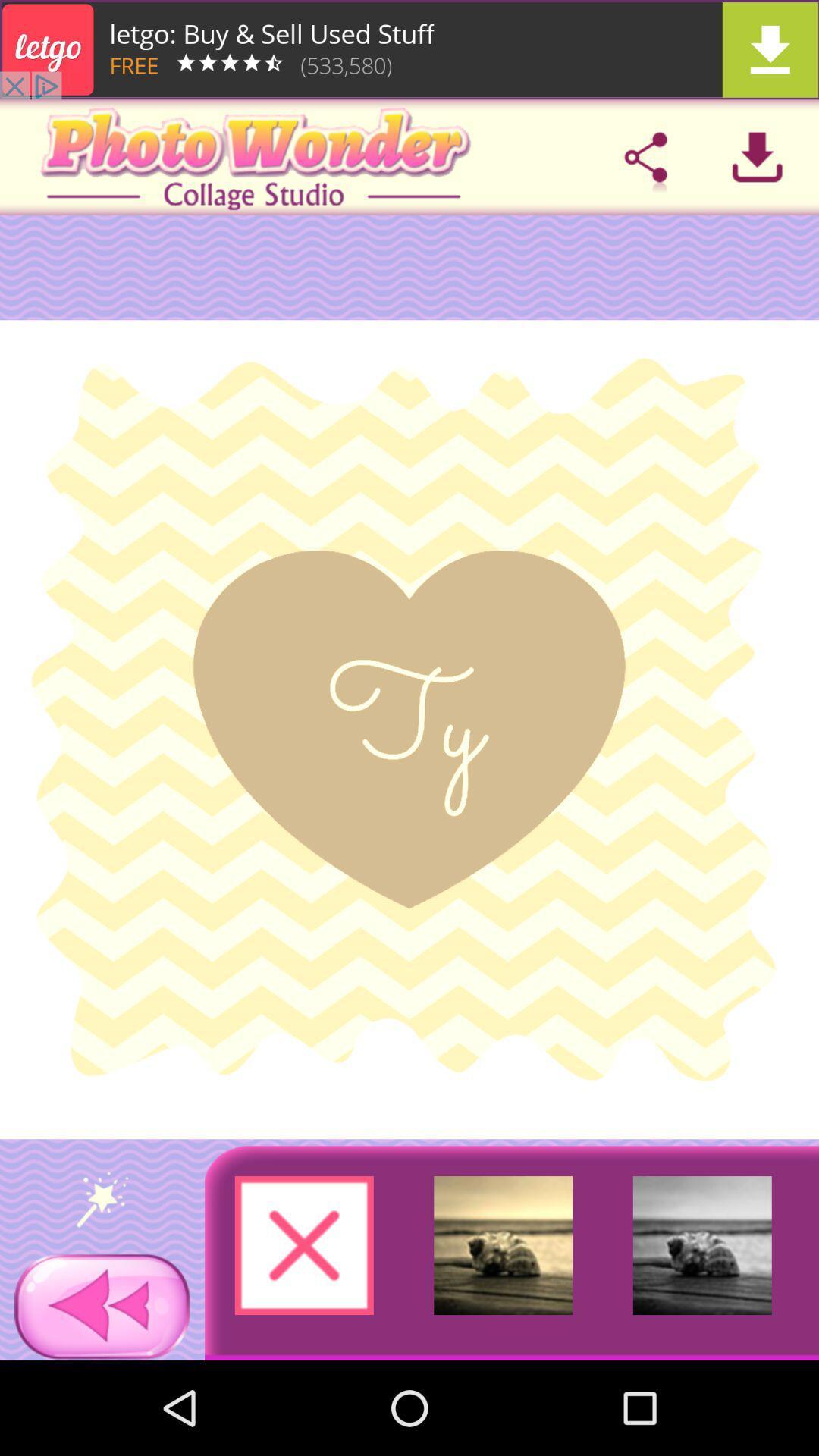 The width and height of the screenshot is (819, 1456). Describe the element at coordinates (757, 157) in the screenshot. I see `download image` at that location.